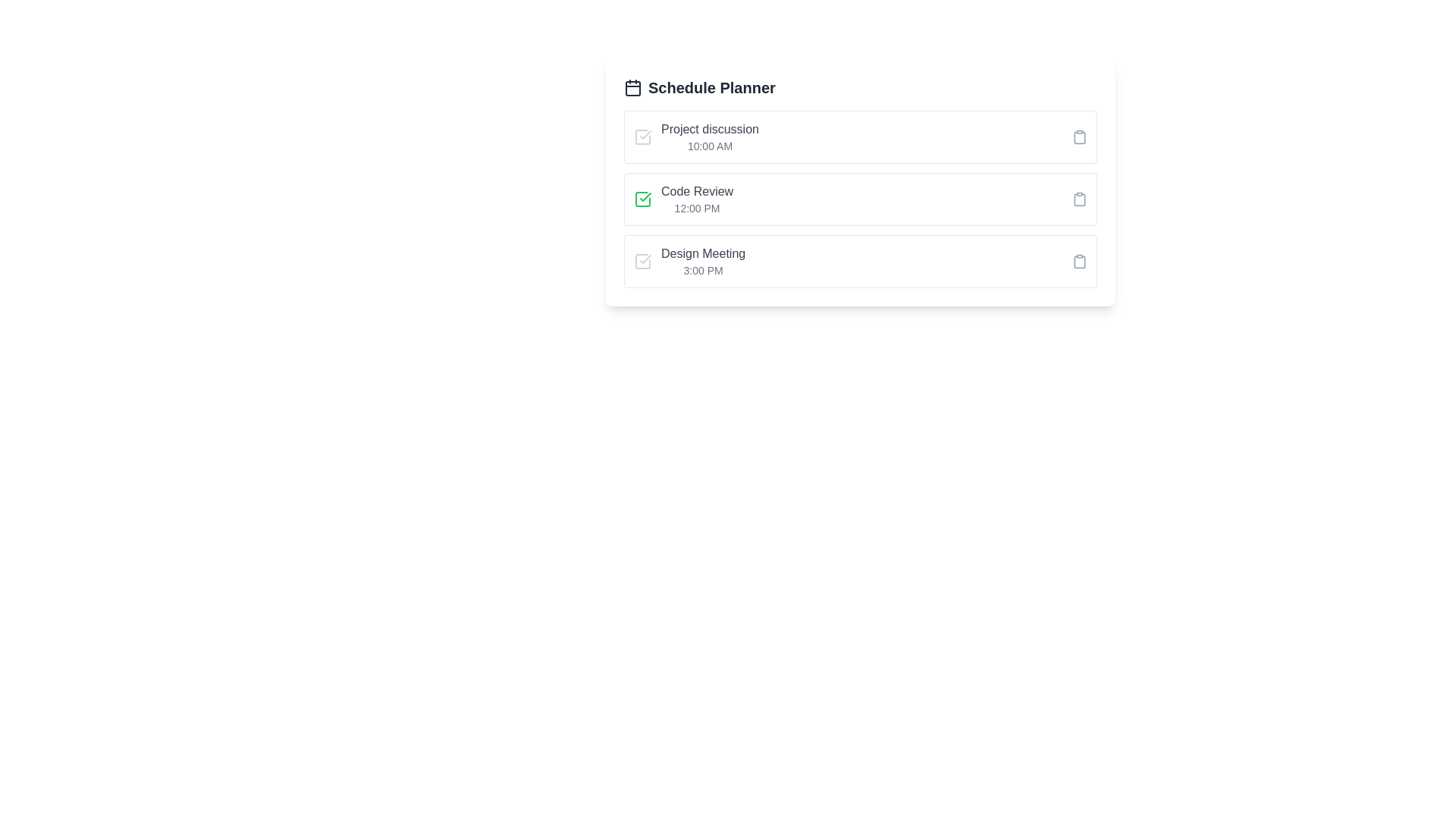 This screenshot has height=819, width=1456. What do you see at coordinates (1079, 137) in the screenshot?
I see `the clipboard icon for the task 'Project discussion' to access additional options` at bounding box center [1079, 137].